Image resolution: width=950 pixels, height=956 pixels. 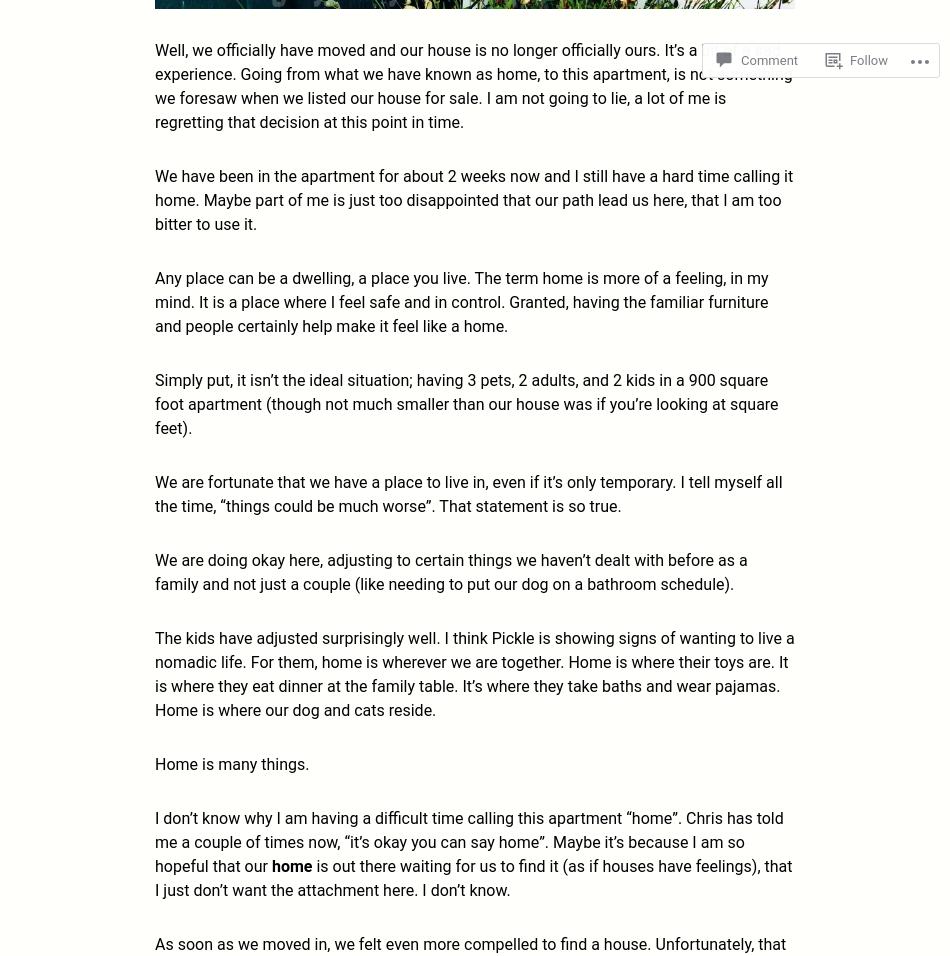 I want to click on 'We are fortunate that we have a place to live in, even if it’s only temporary. I tell myself all the time, “things could be much worse”. That statement is so true.', so click(x=467, y=492).